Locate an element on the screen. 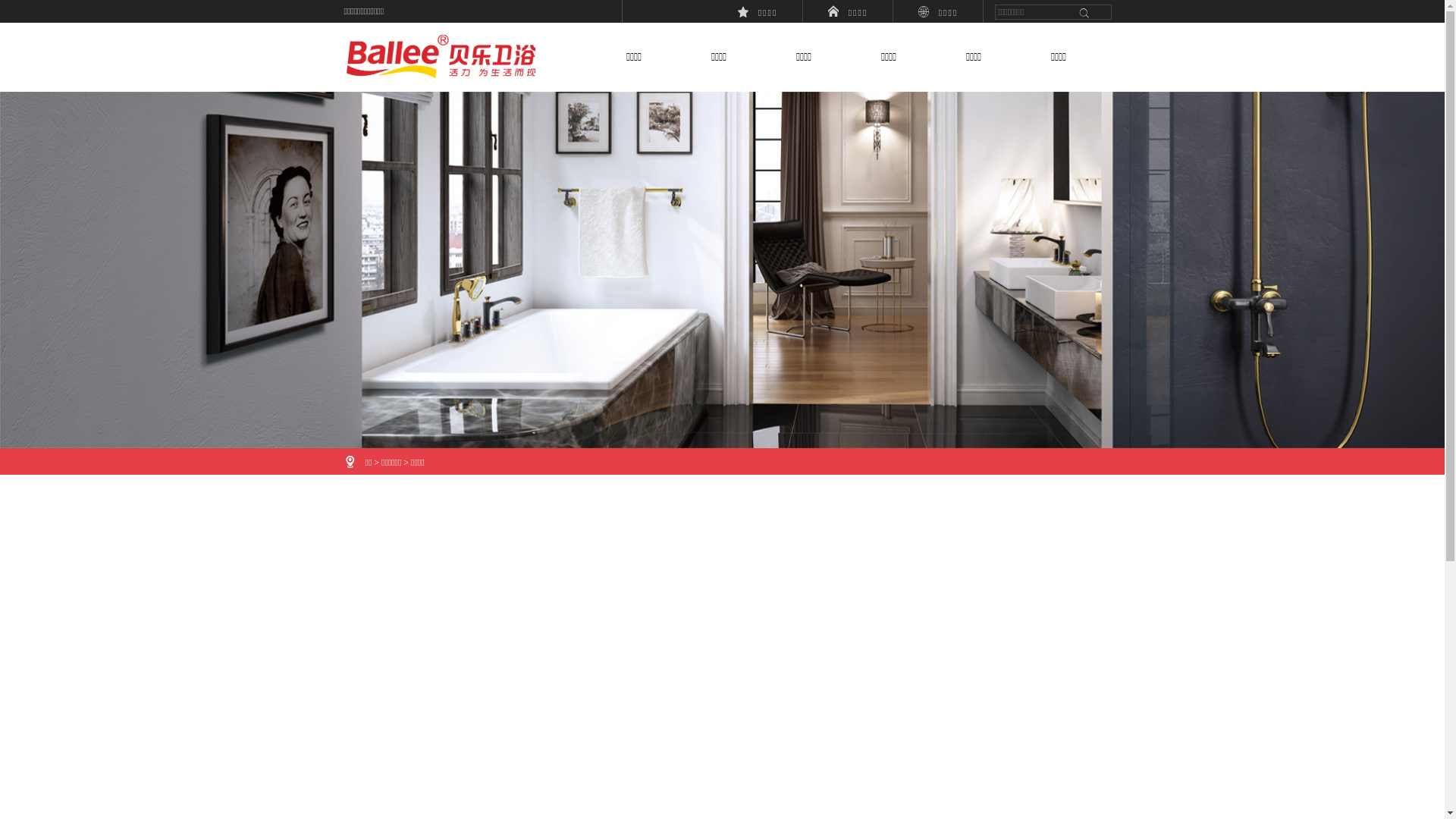  'a' is located at coordinates (1083, 11).